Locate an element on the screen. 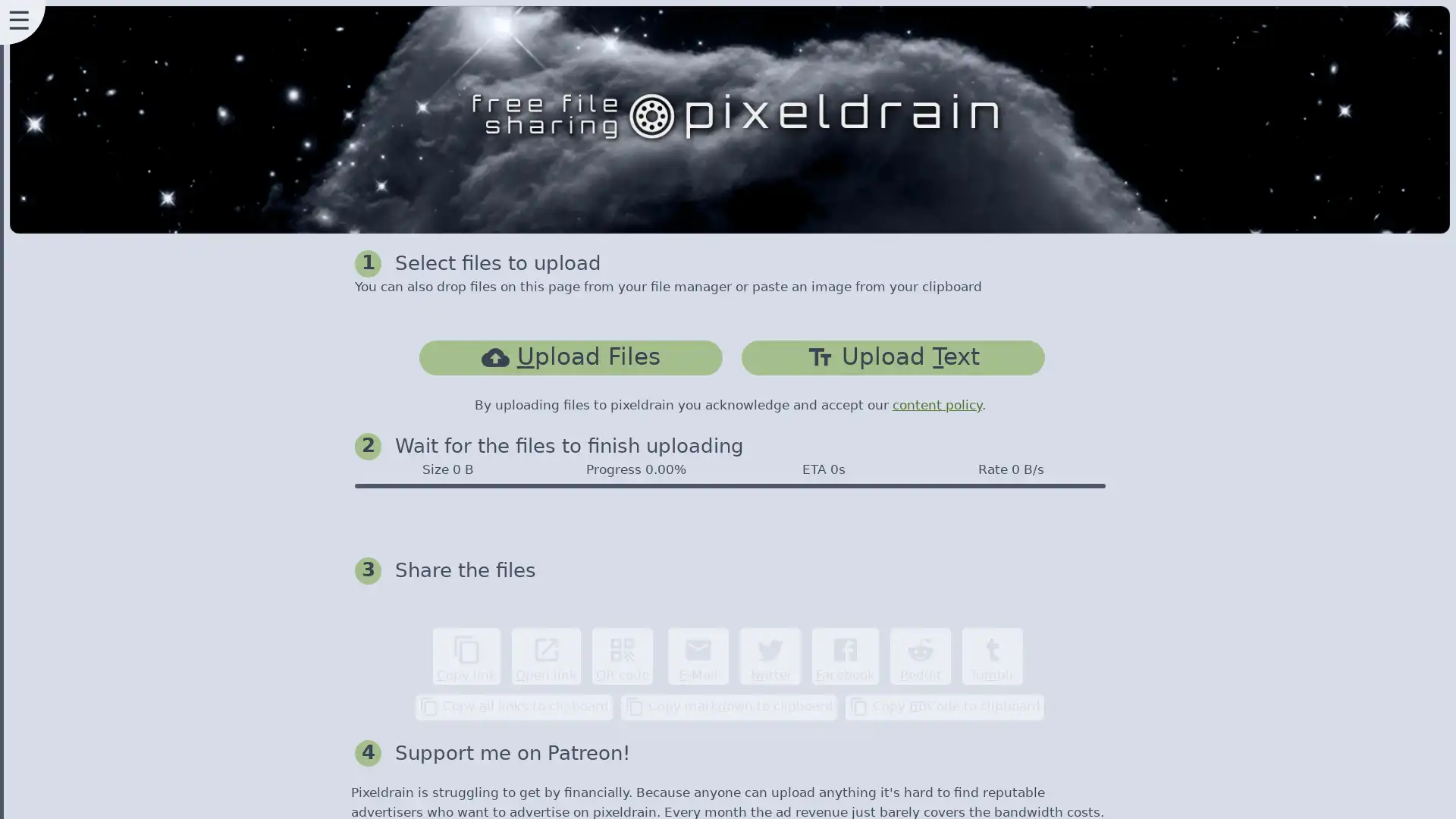 This screenshot has height=819, width=1456. content_copy Copy markdown to clipboard is located at coordinates (836, 707).